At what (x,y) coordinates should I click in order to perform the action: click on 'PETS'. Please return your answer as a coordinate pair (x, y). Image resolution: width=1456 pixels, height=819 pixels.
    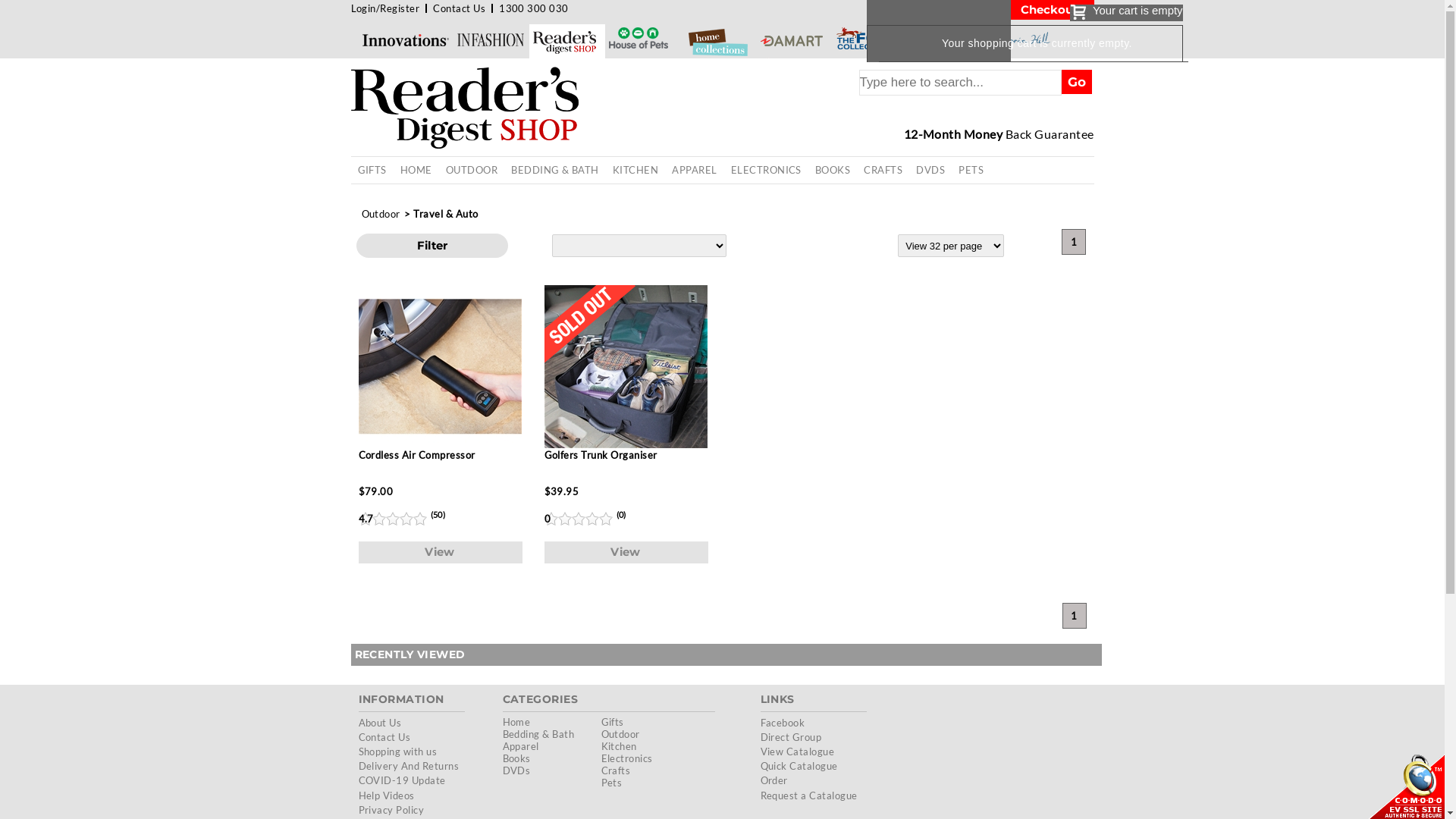
    Looking at the image, I should click on (950, 170).